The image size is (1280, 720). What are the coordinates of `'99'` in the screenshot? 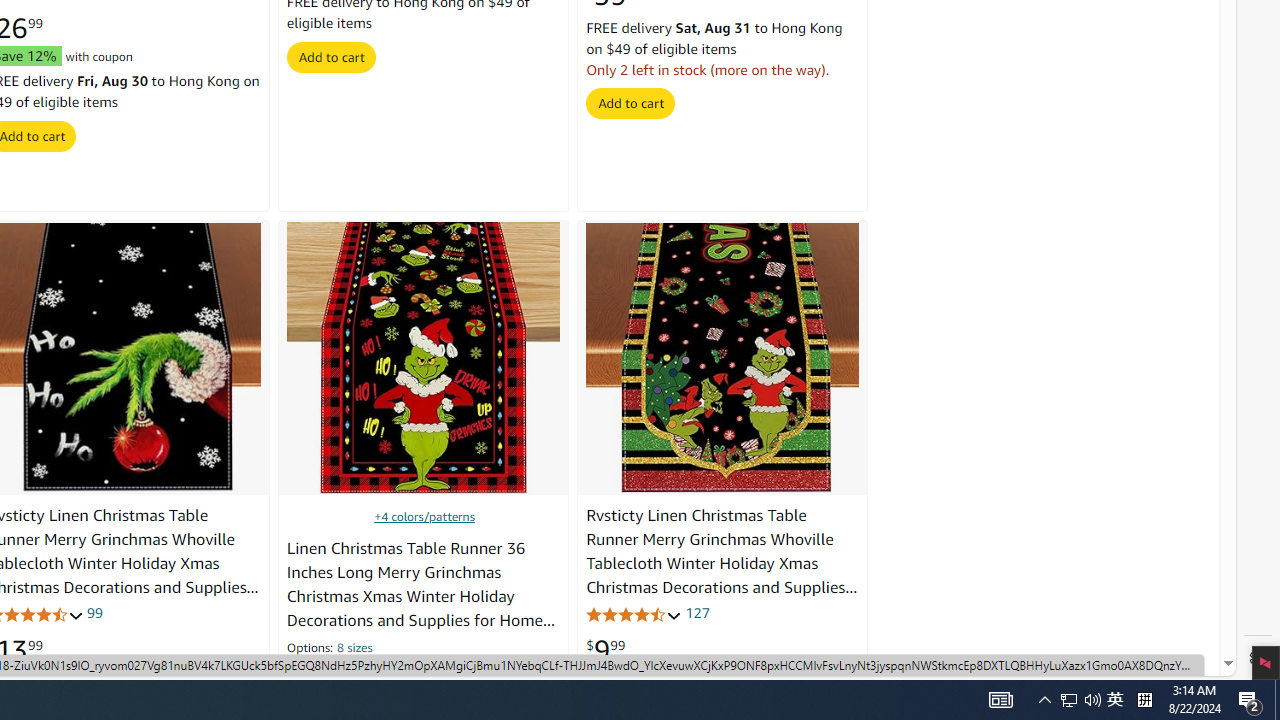 It's located at (93, 611).